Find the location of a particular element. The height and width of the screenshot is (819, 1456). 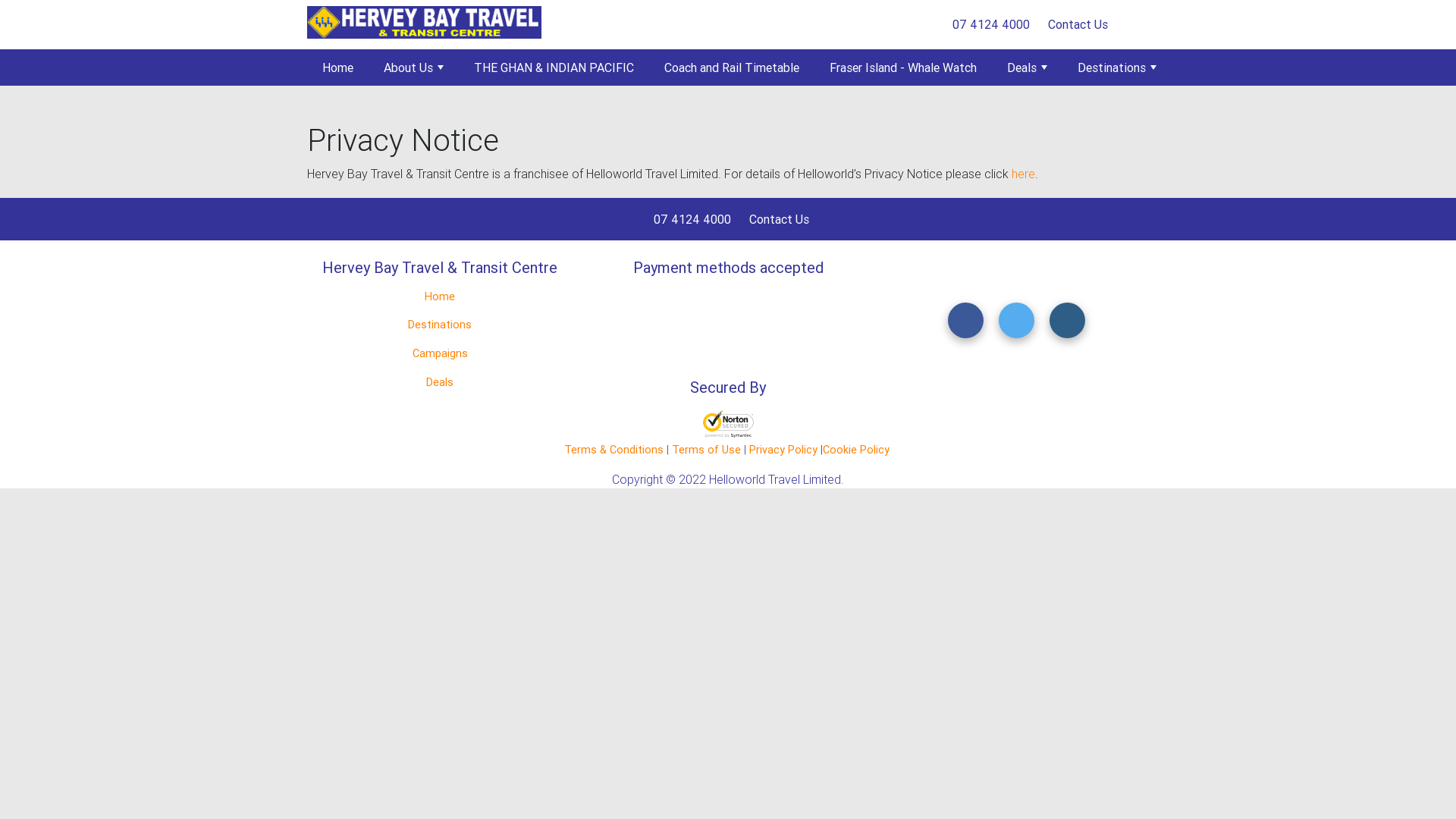

'Destinations' is located at coordinates (1062, 66).